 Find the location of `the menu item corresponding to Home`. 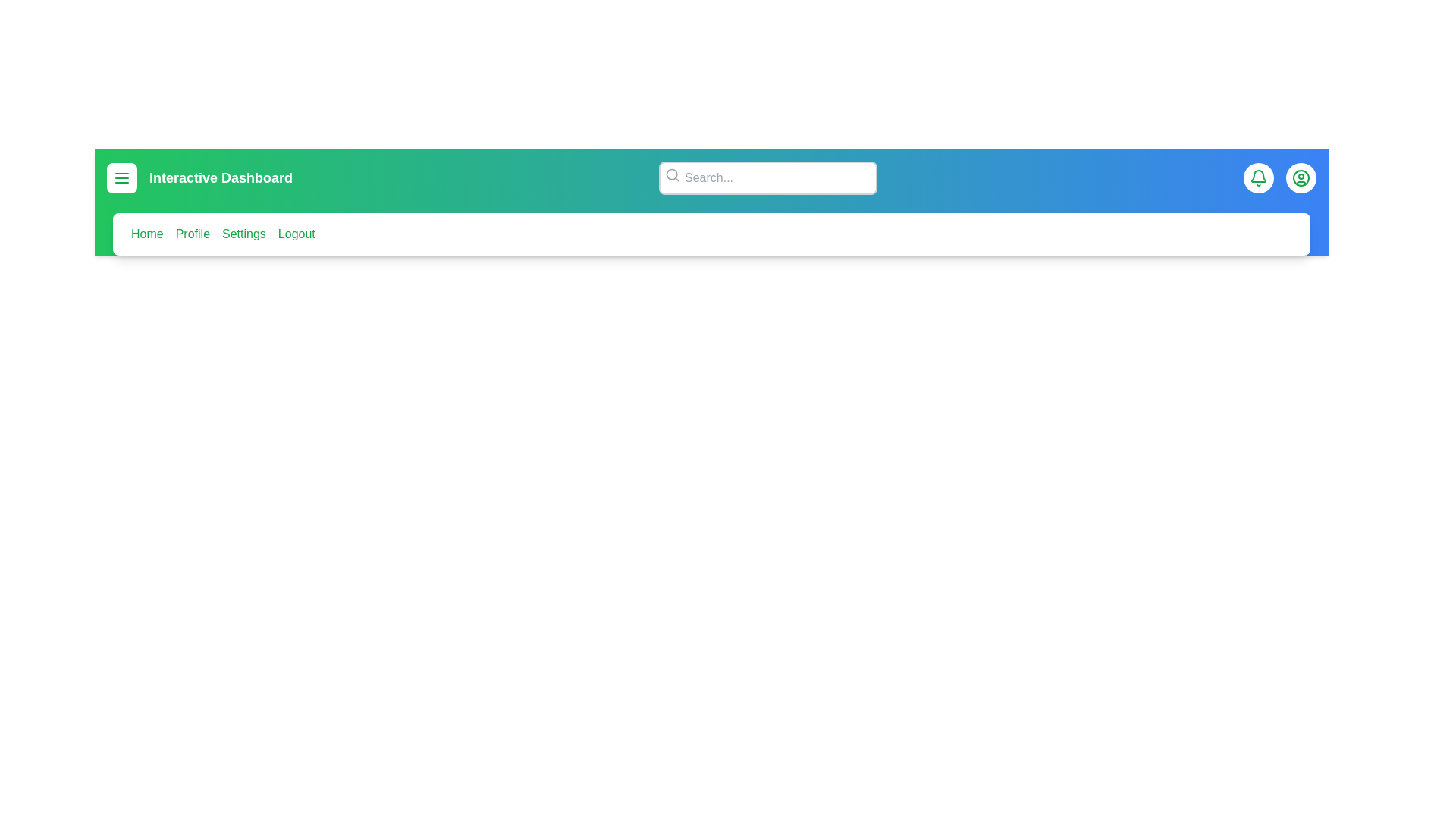

the menu item corresponding to Home is located at coordinates (146, 234).